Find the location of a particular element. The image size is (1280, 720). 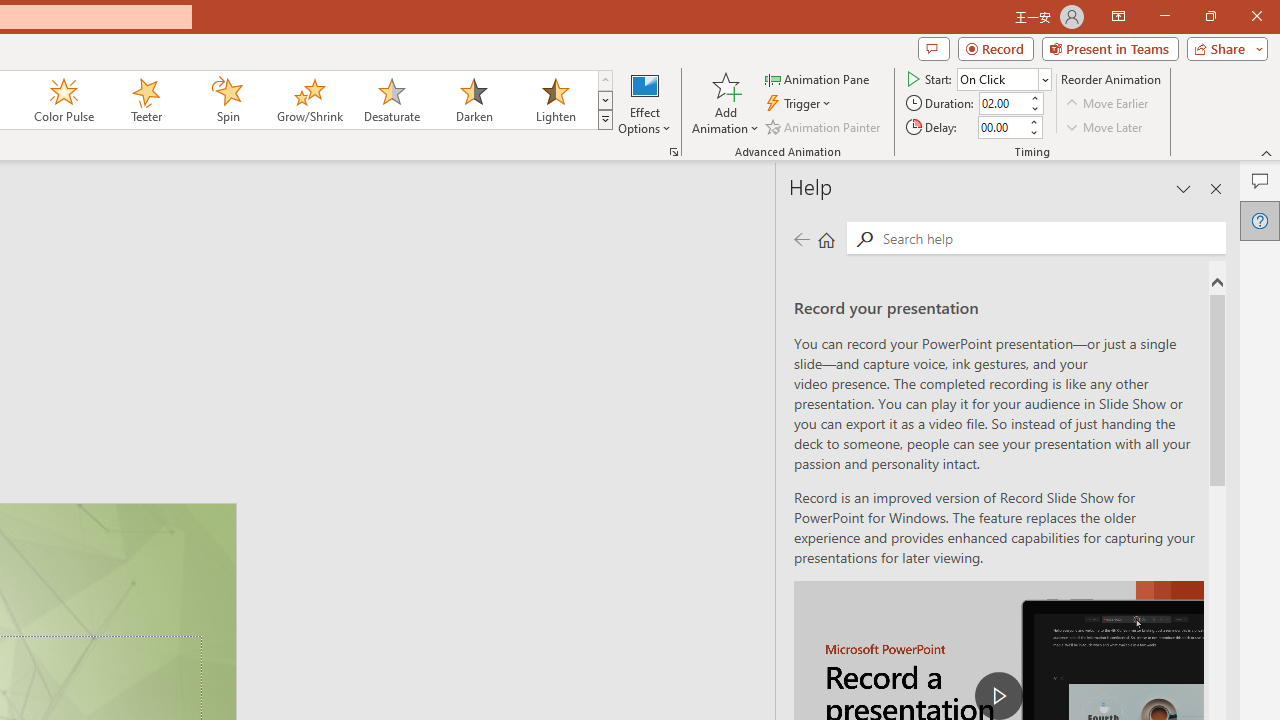

'Animation Duration' is located at coordinates (1003, 103).